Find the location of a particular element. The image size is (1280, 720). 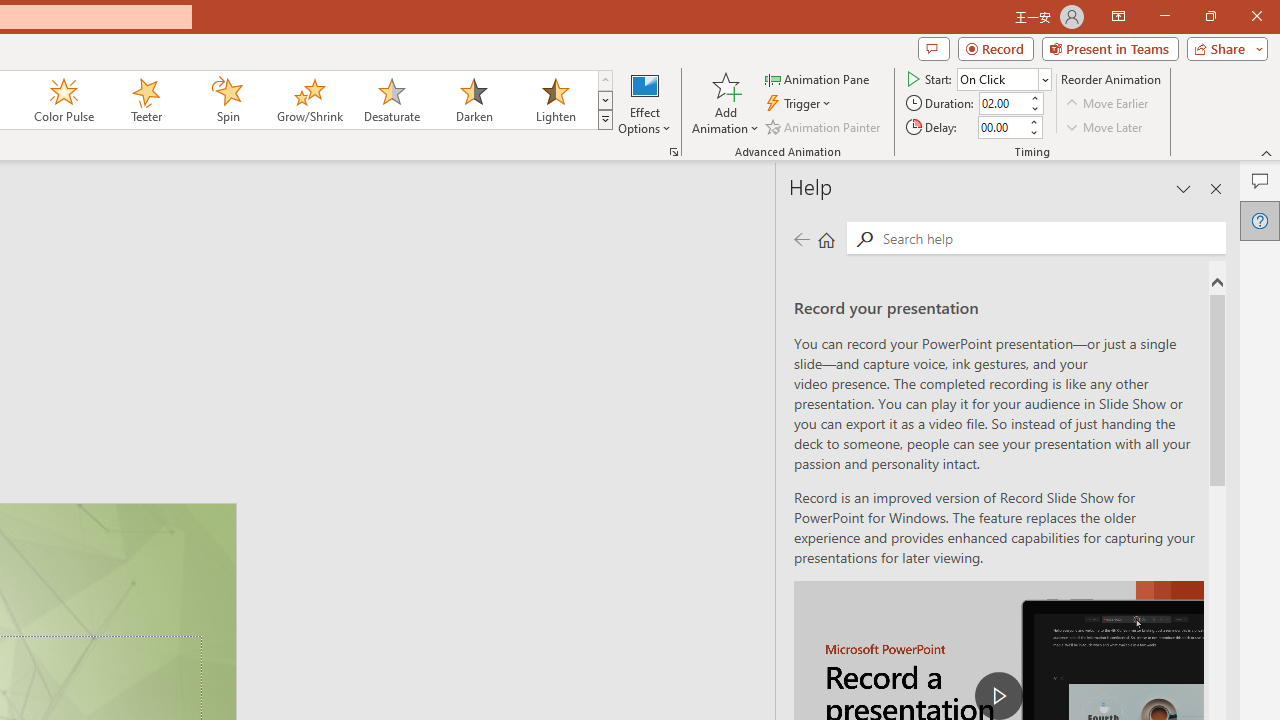

'Animation Duration' is located at coordinates (1003, 103).